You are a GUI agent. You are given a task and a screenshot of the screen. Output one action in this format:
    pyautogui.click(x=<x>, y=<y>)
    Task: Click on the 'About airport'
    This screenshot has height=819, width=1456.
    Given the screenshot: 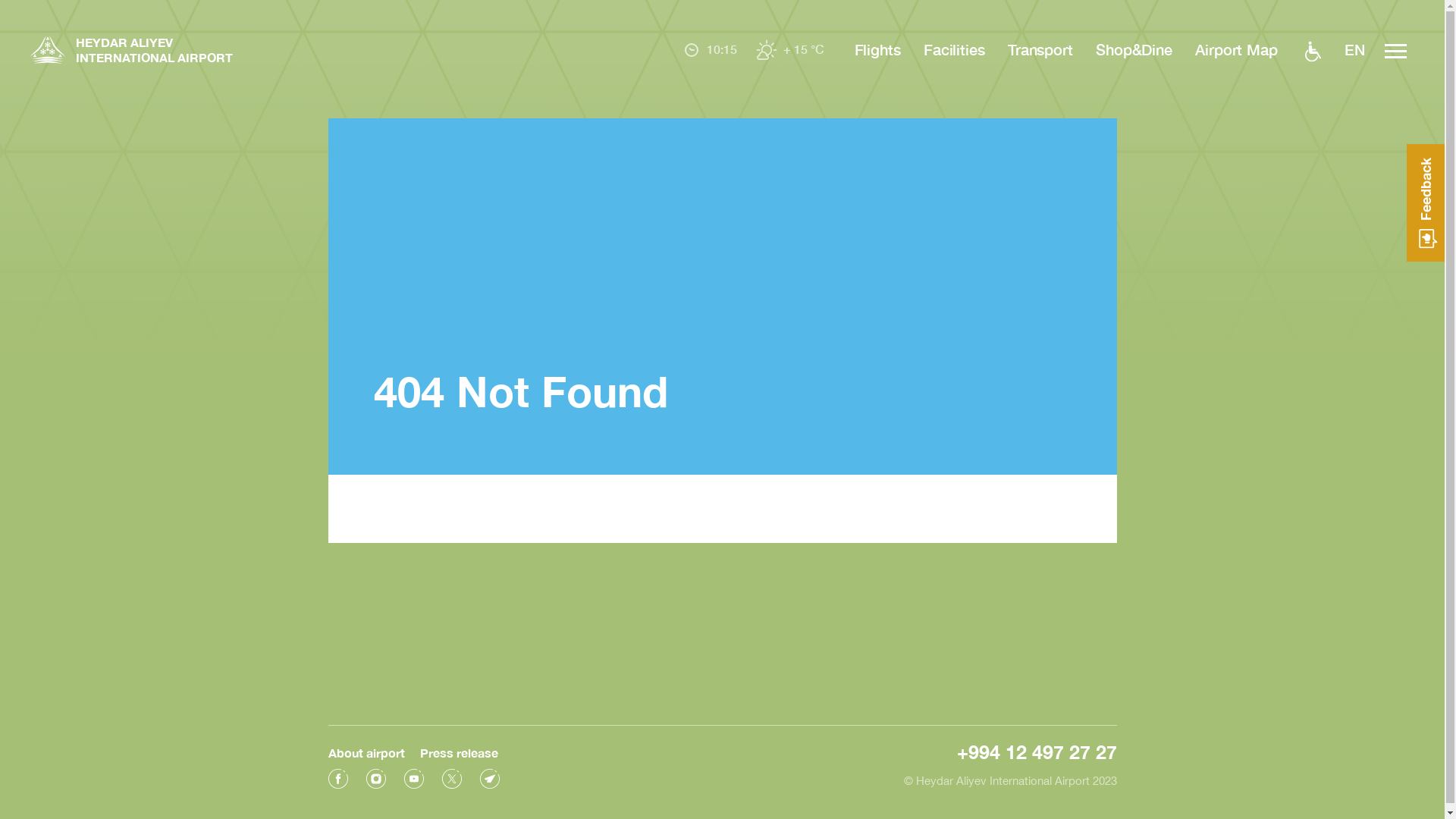 What is the action you would take?
    pyautogui.click(x=366, y=752)
    